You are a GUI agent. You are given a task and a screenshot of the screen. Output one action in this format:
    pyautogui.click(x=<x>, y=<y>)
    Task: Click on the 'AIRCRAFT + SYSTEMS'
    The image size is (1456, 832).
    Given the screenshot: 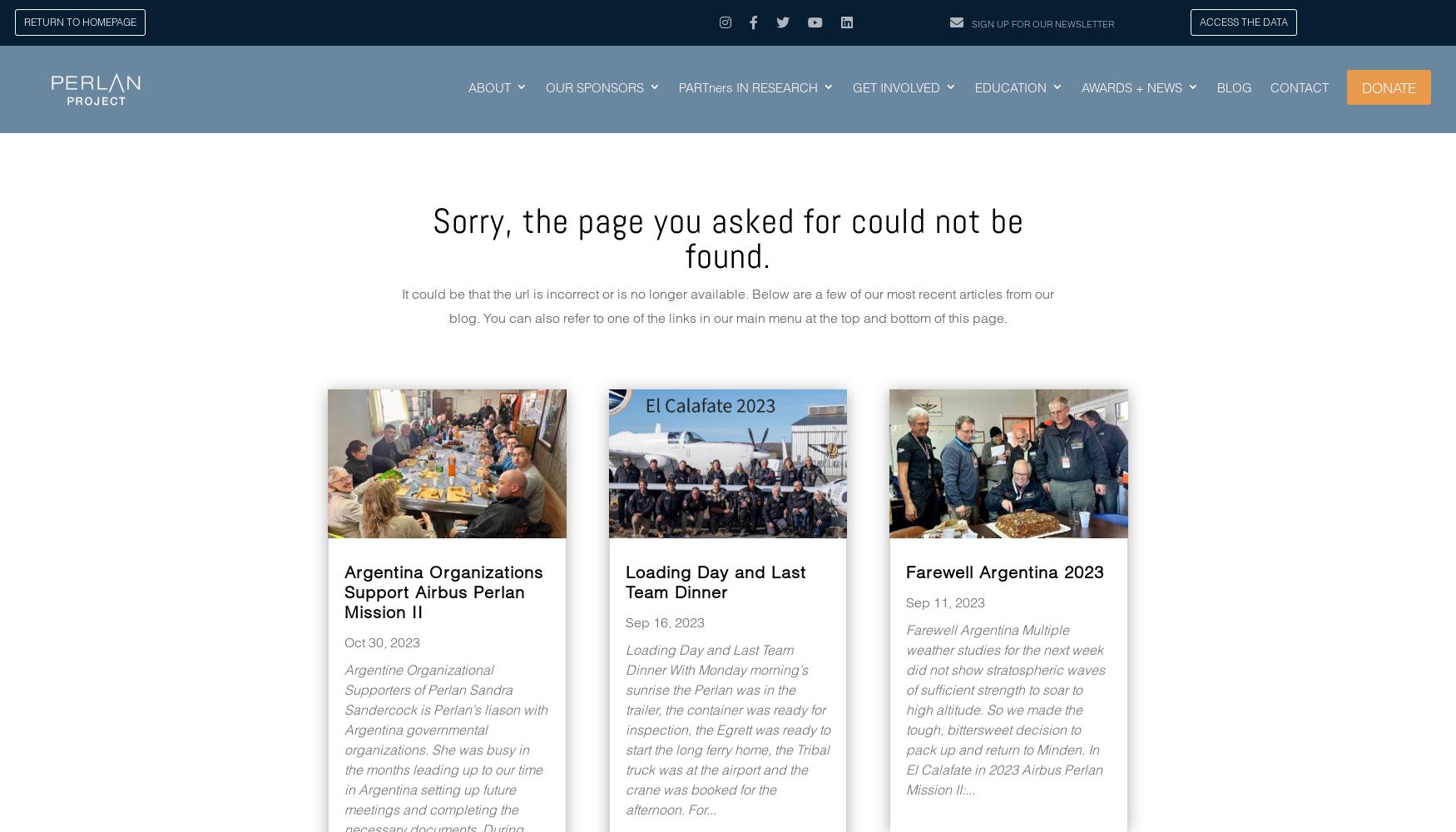 What is the action you would take?
    pyautogui.click(x=539, y=251)
    